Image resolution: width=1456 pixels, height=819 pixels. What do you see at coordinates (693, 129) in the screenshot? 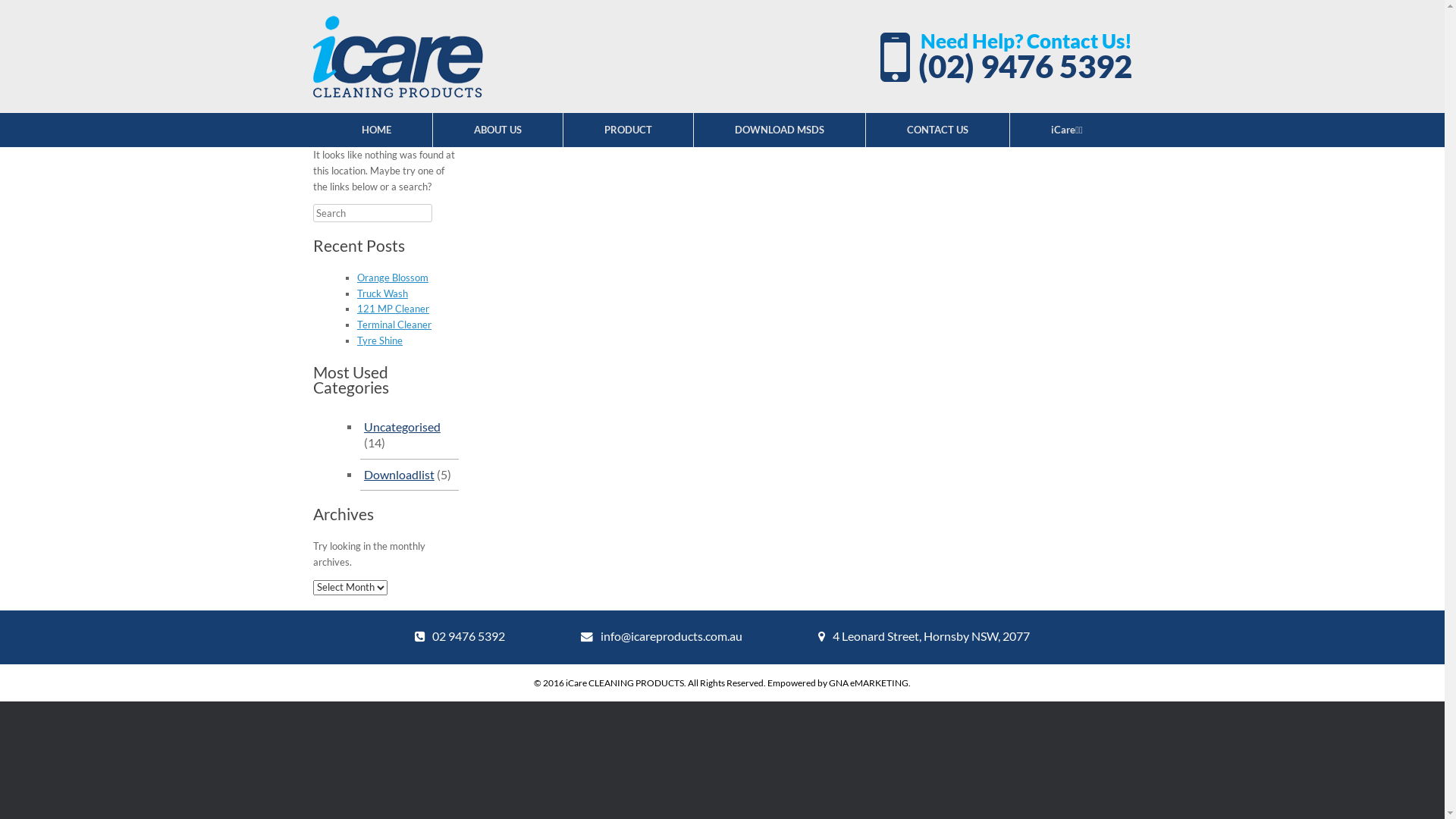
I see `'DOWNLOAD MSDS'` at bounding box center [693, 129].